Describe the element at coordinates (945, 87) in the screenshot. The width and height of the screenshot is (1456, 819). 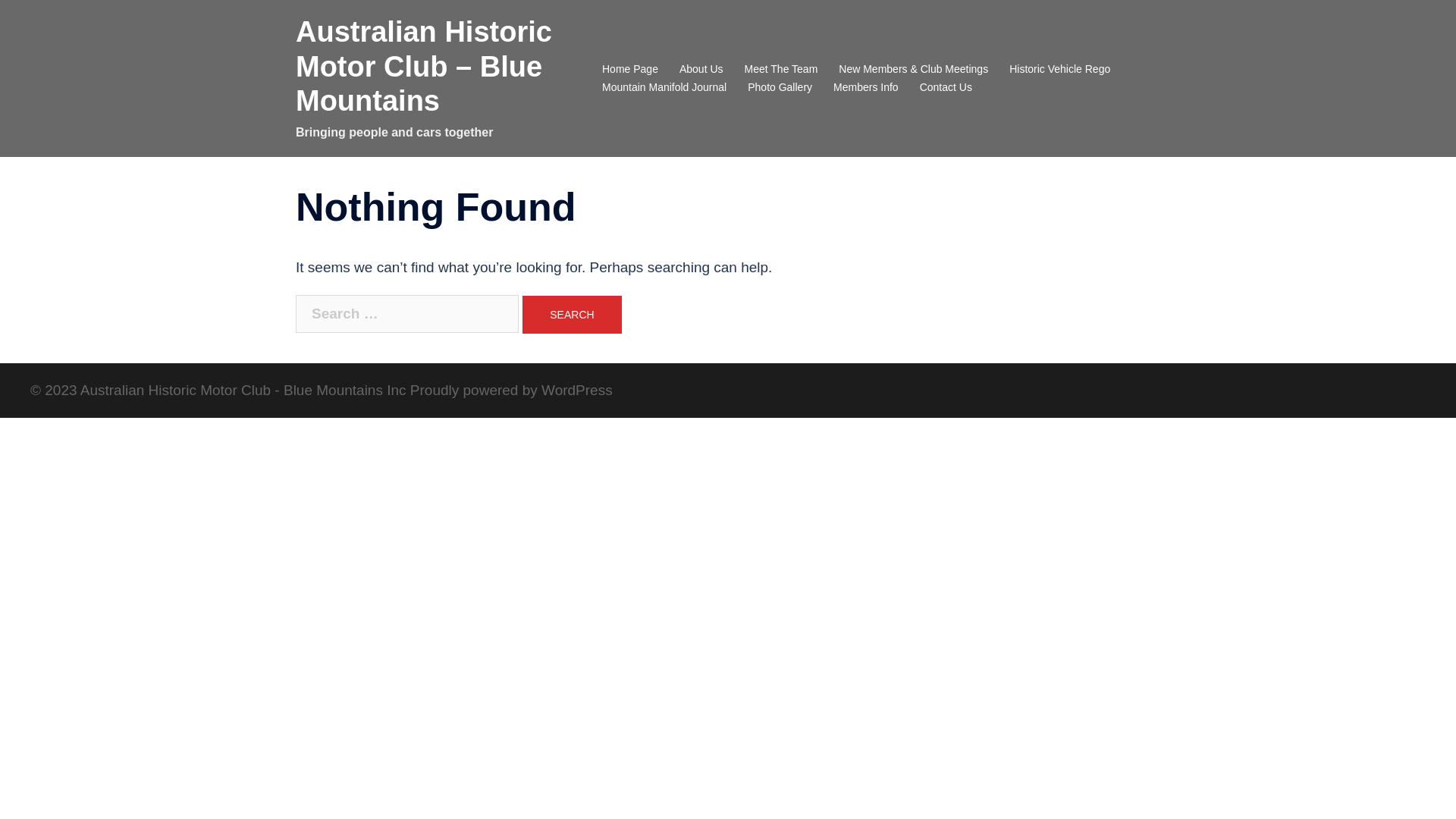
I see `'Contact Us'` at that location.